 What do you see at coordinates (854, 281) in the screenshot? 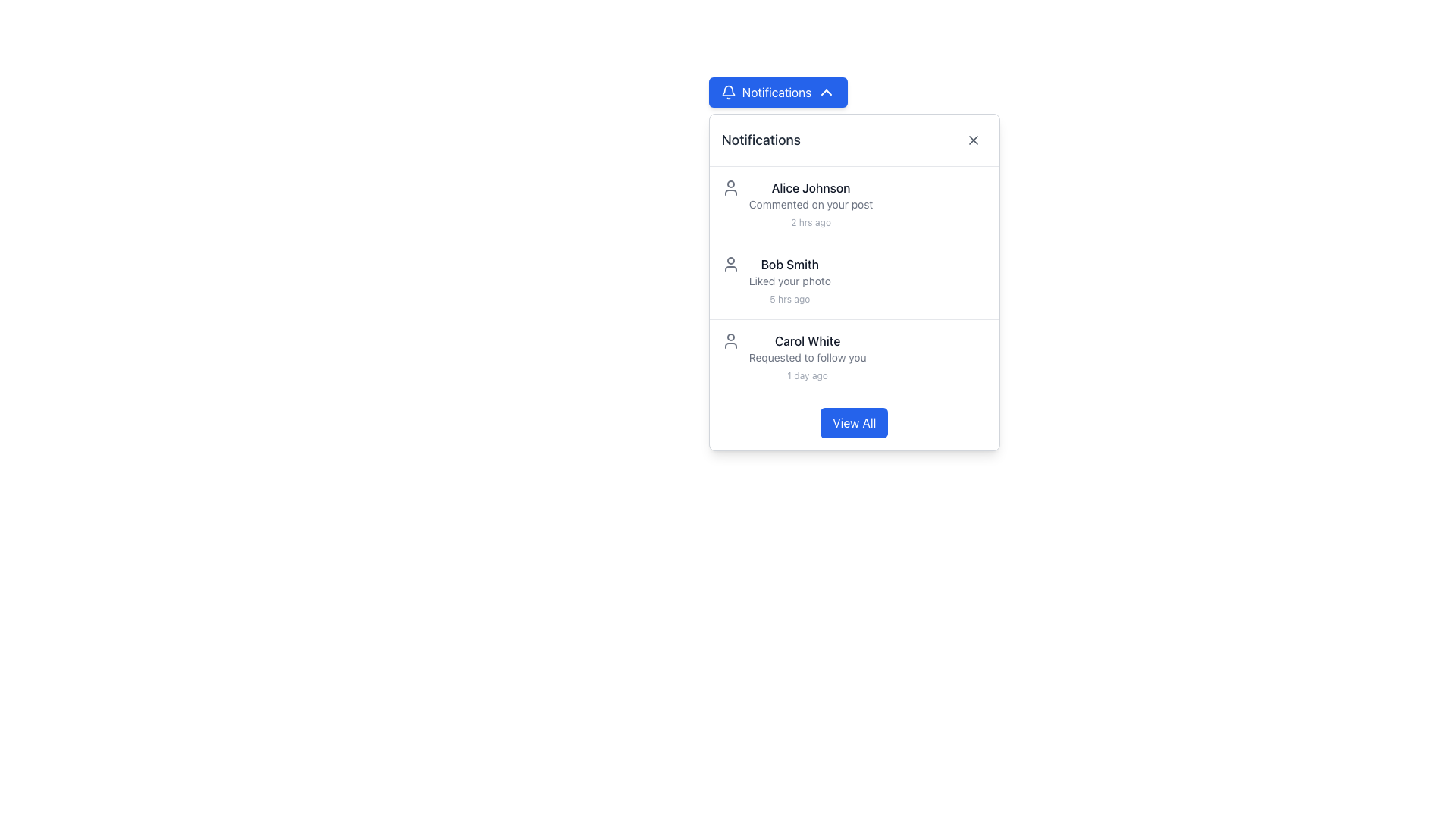
I see `a notification item in the Notification list` at bounding box center [854, 281].